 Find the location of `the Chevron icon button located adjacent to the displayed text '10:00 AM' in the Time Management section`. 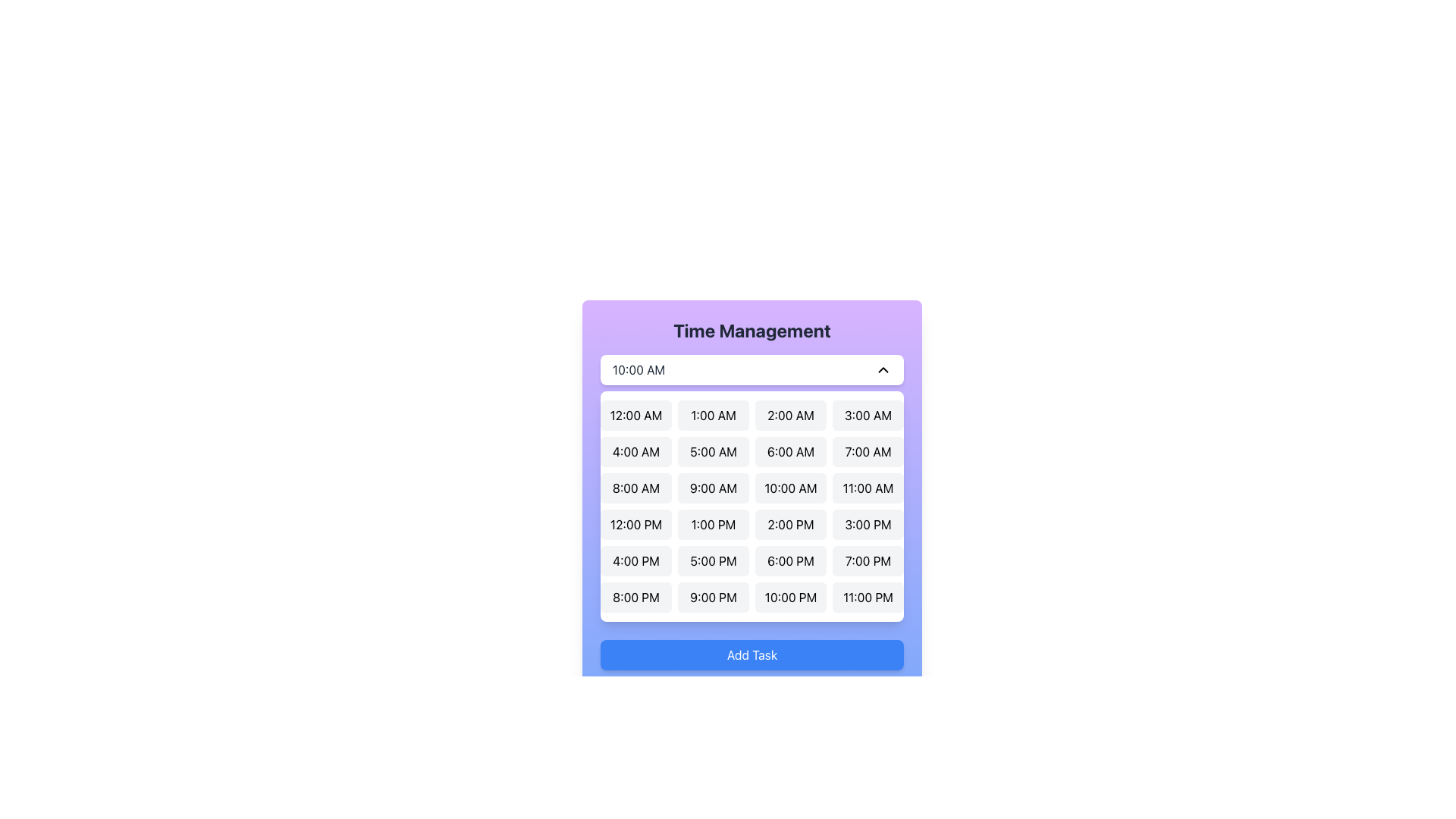

the Chevron icon button located adjacent to the displayed text '10:00 AM' in the Time Management section is located at coordinates (883, 370).